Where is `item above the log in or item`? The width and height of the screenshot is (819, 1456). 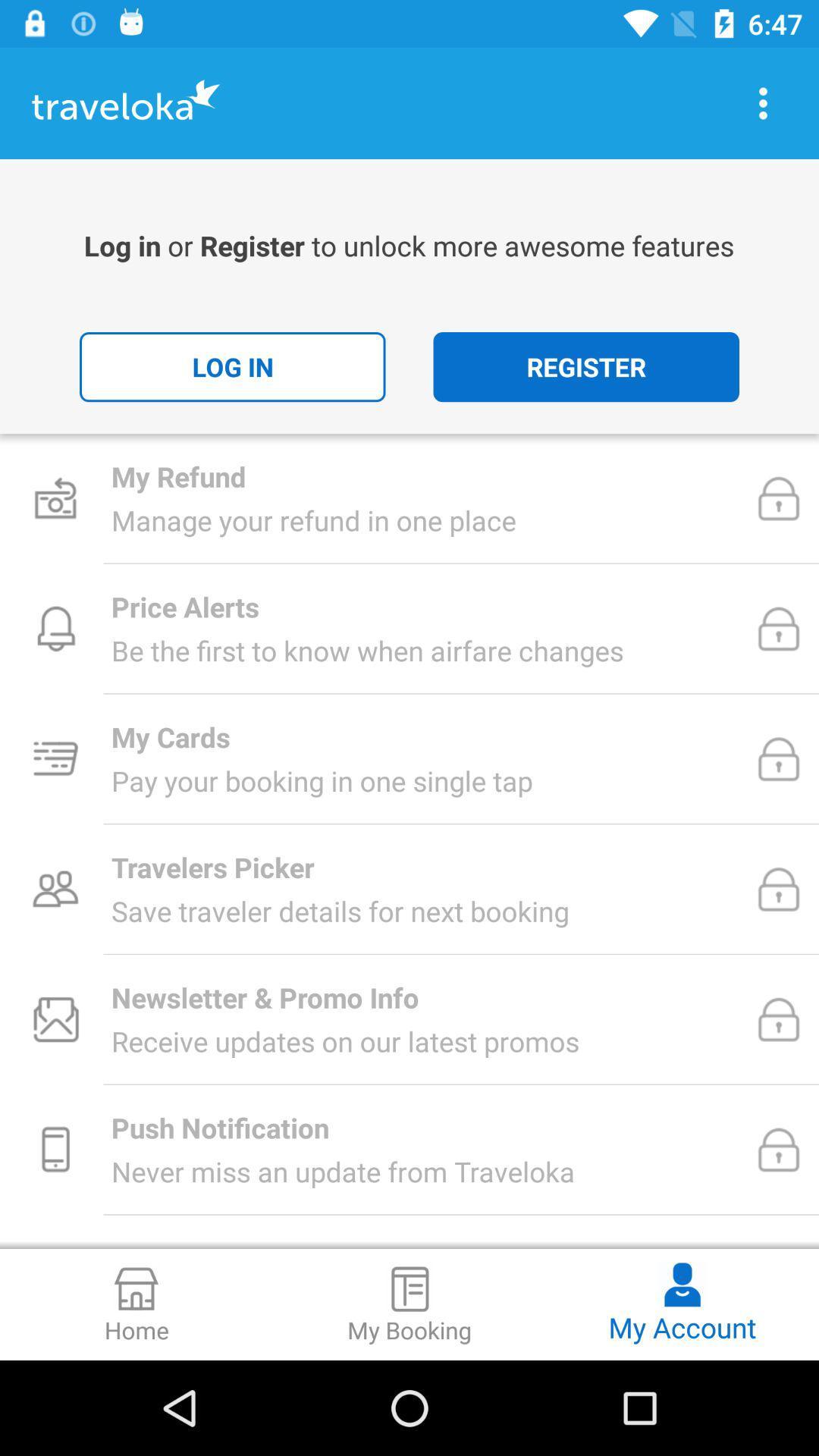
item above the log in or item is located at coordinates (763, 102).